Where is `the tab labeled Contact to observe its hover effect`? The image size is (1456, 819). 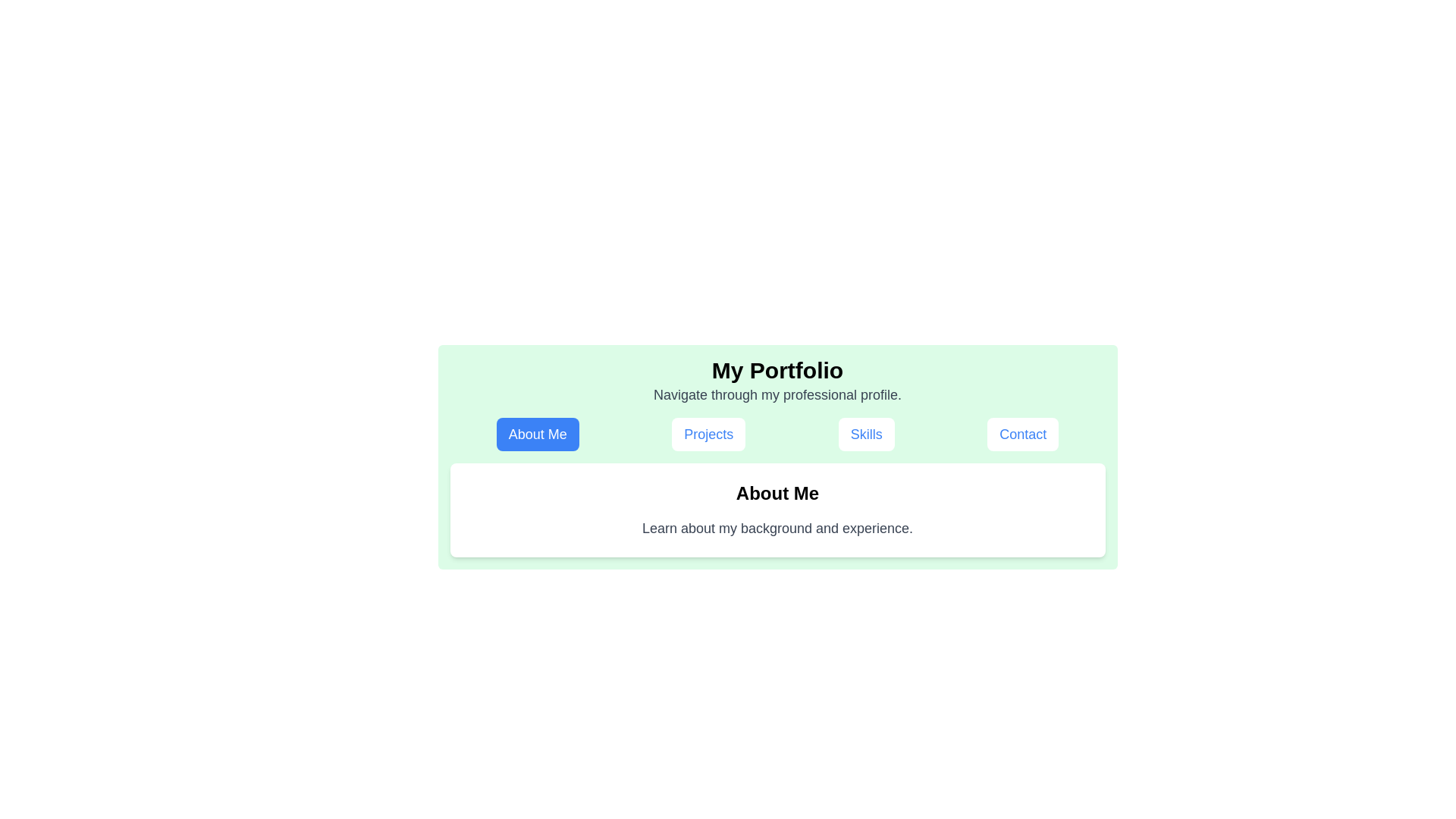 the tab labeled Contact to observe its hover effect is located at coordinates (1023, 435).